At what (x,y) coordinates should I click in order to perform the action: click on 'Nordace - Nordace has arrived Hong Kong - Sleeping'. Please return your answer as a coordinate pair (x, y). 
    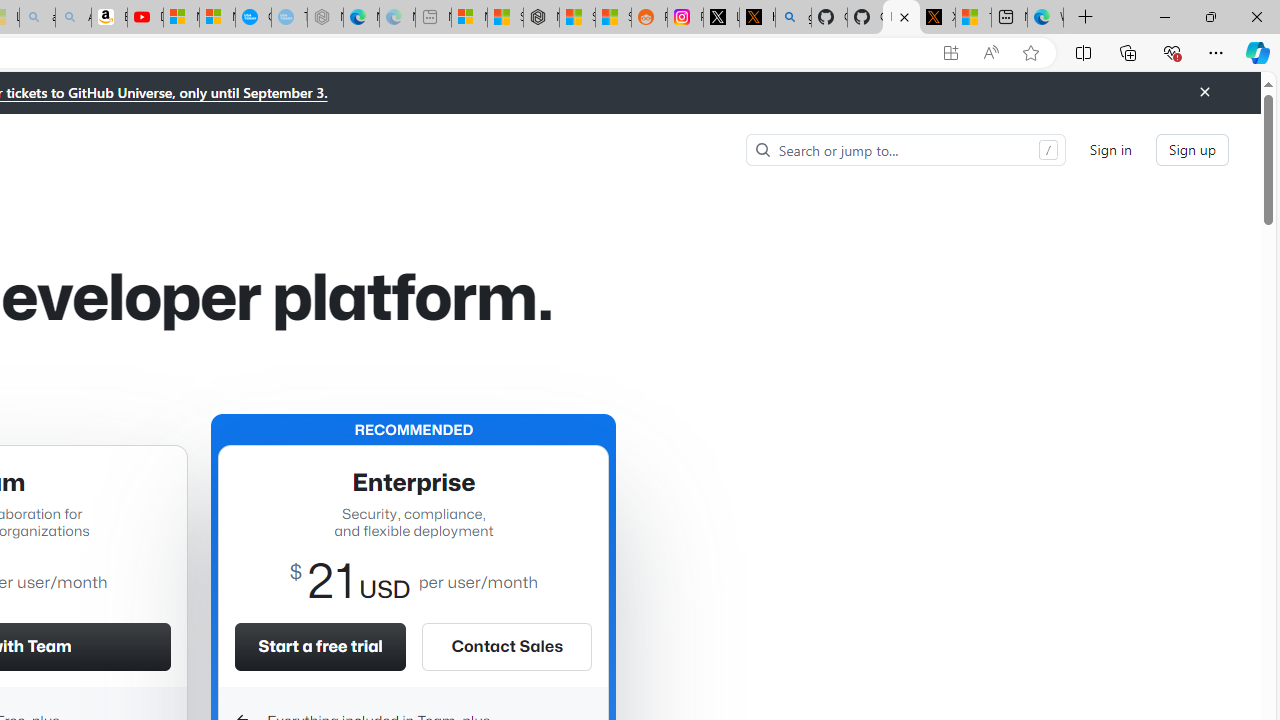
    Looking at the image, I should click on (325, 17).